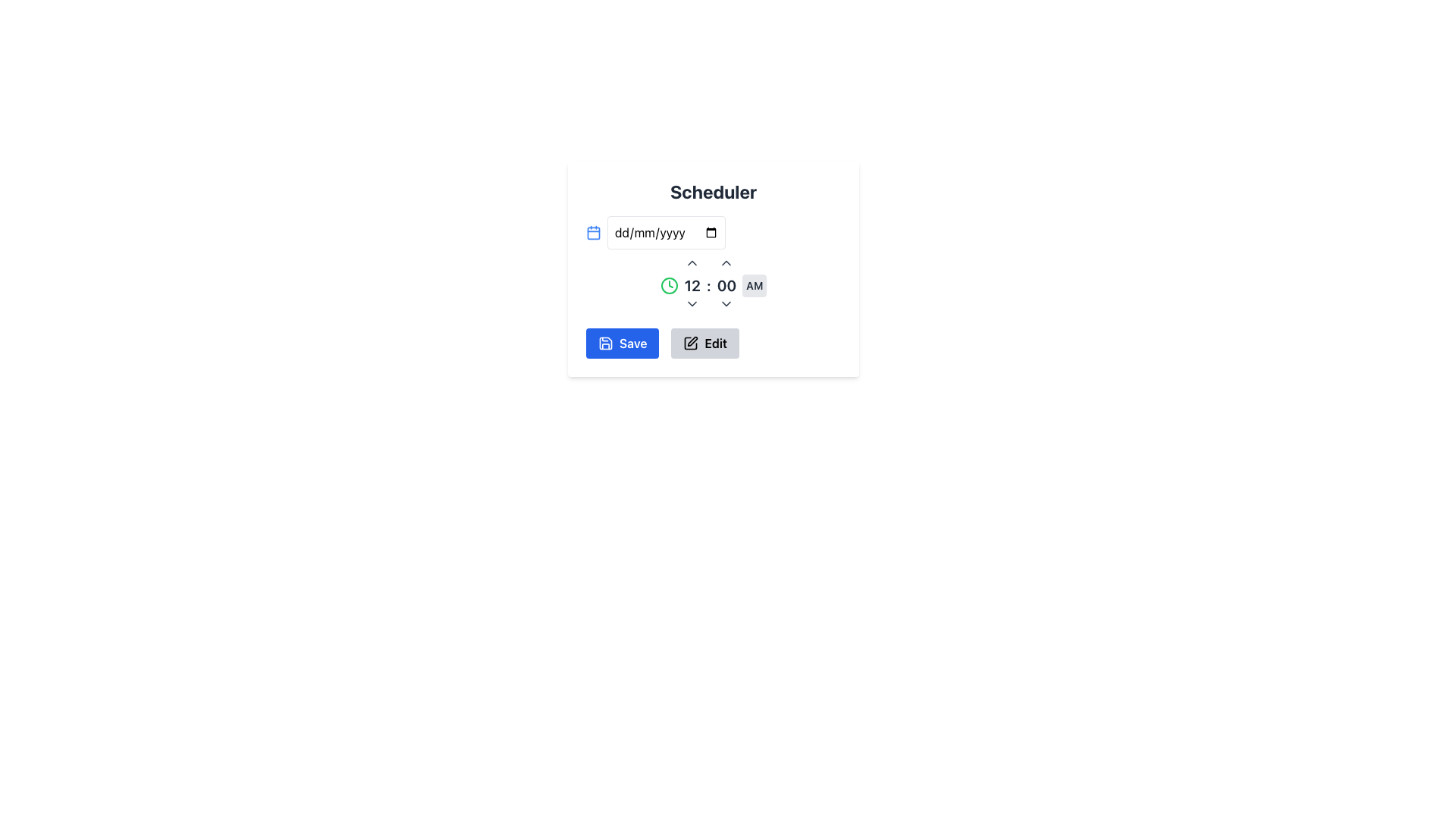 This screenshot has width=1456, height=819. I want to click on the edit icon located within the 'Edit' button in the bottom-right corner of the interface, so click(690, 343).